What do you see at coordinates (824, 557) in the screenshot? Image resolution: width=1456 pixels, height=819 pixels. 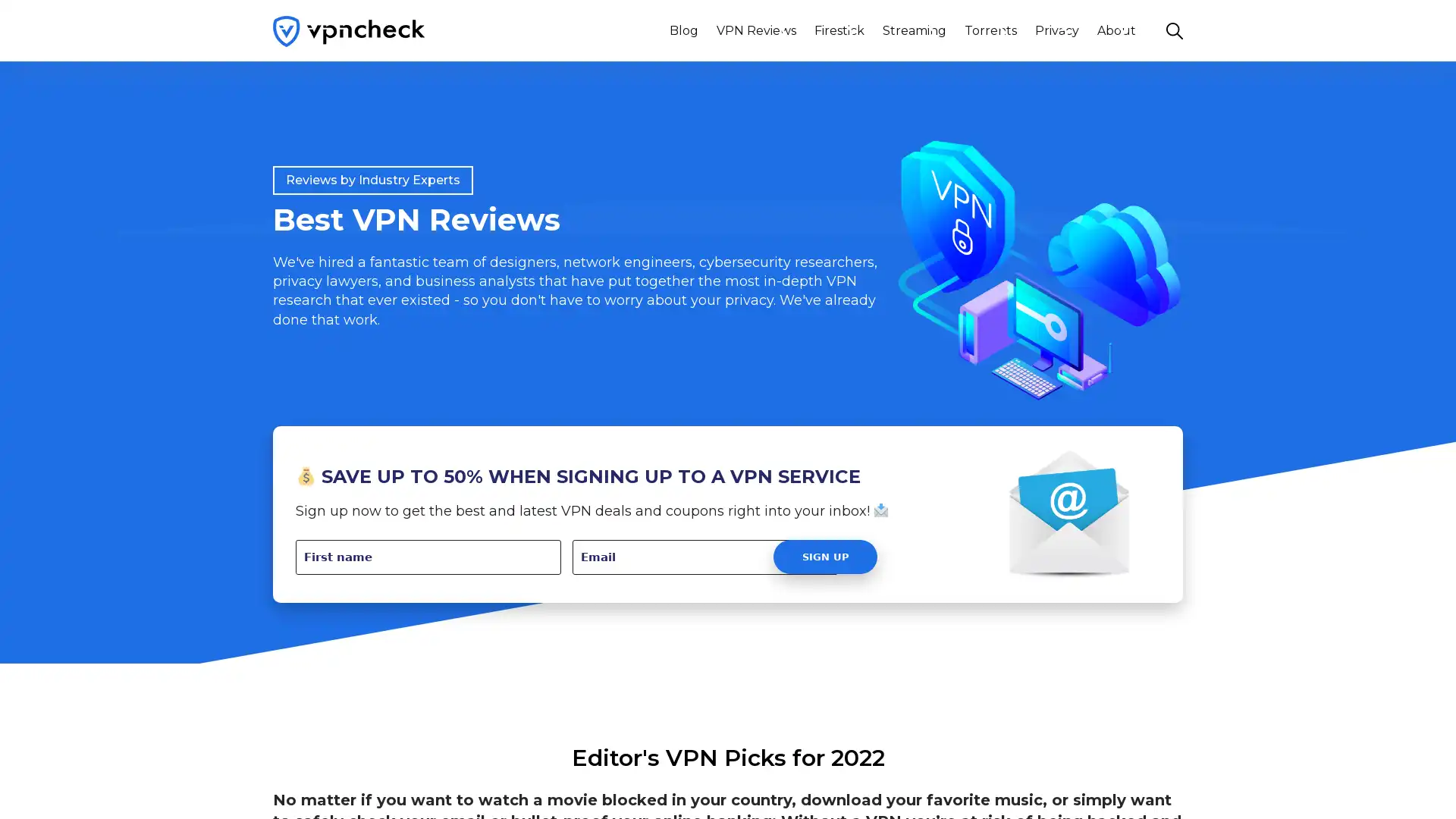 I see `Sign up` at bounding box center [824, 557].